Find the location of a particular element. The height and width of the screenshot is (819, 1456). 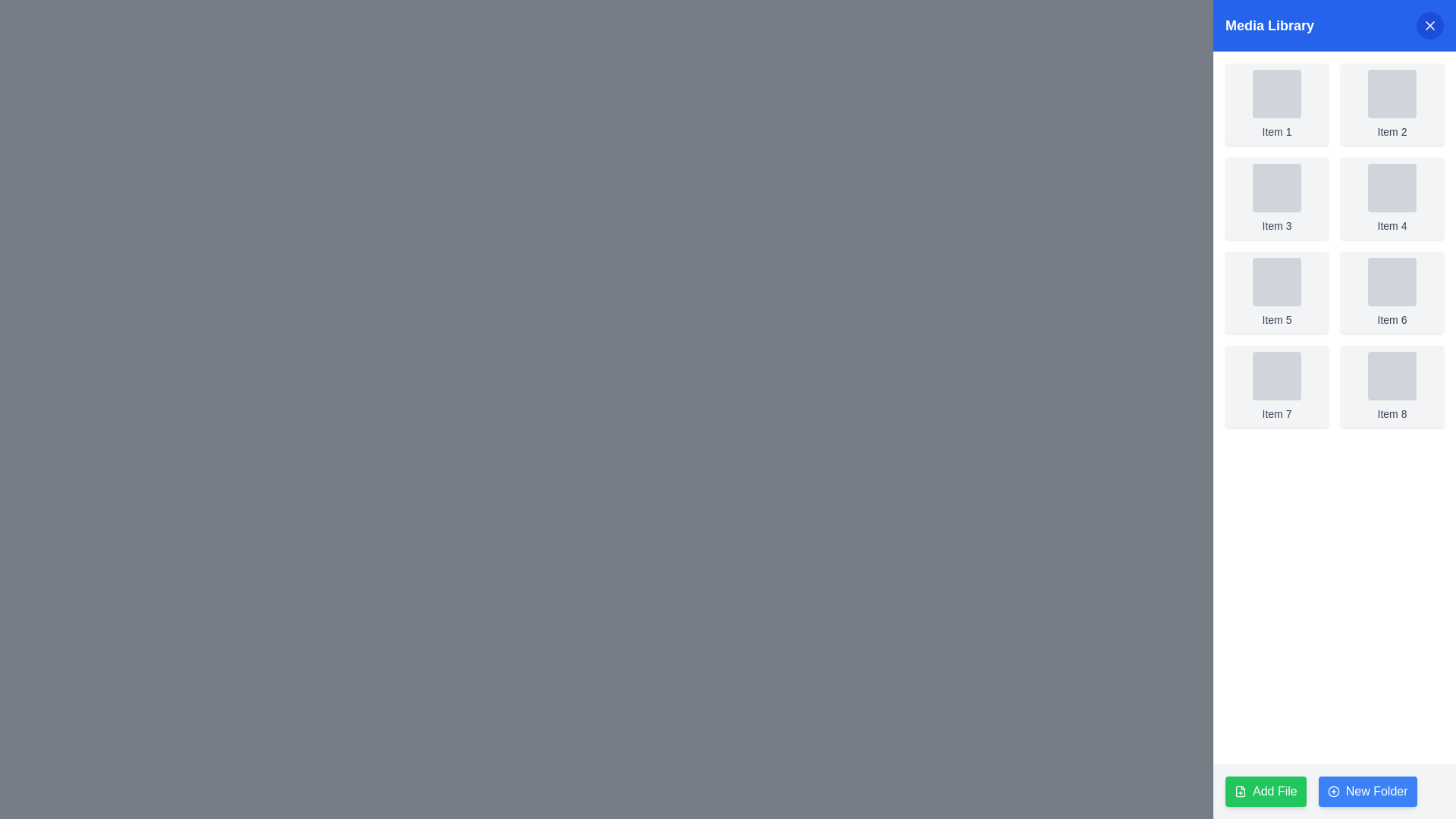

the close button ("X" icon) located at the top-right corner of the media library panel is located at coordinates (1429, 26).